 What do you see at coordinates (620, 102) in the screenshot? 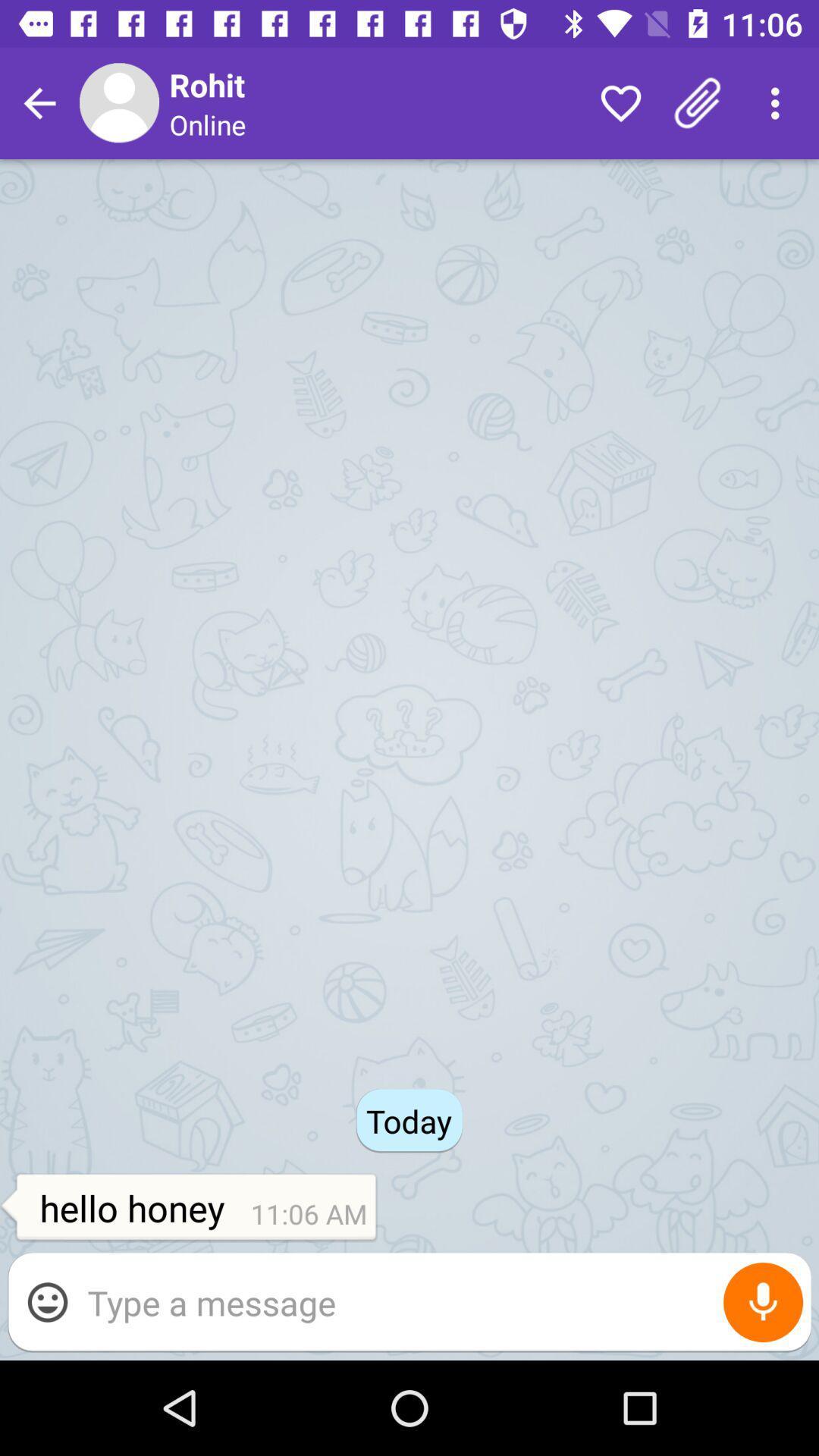
I see `the item next to the online icon` at bounding box center [620, 102].